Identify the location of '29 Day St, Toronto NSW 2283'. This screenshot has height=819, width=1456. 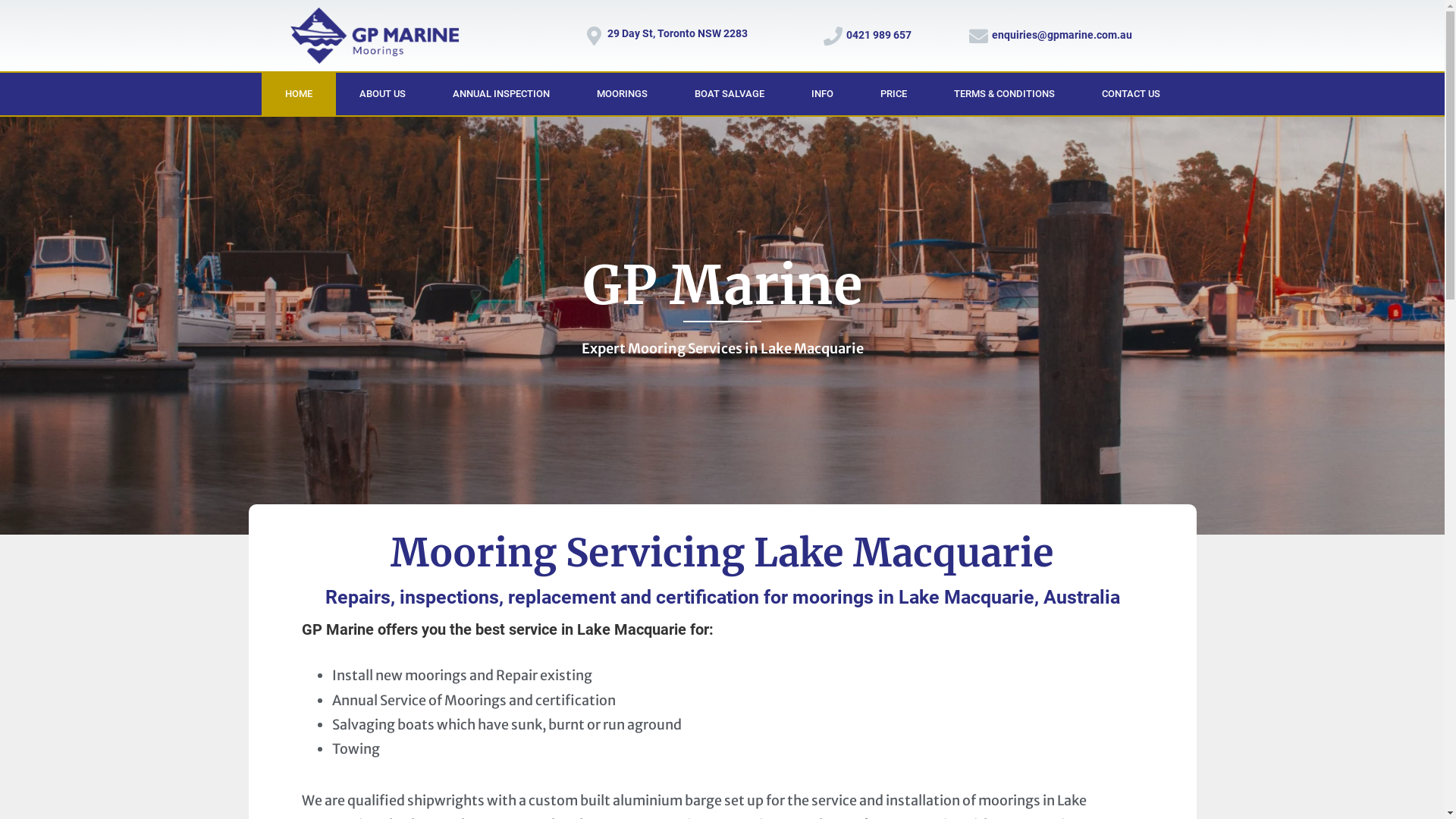
(607, 33).